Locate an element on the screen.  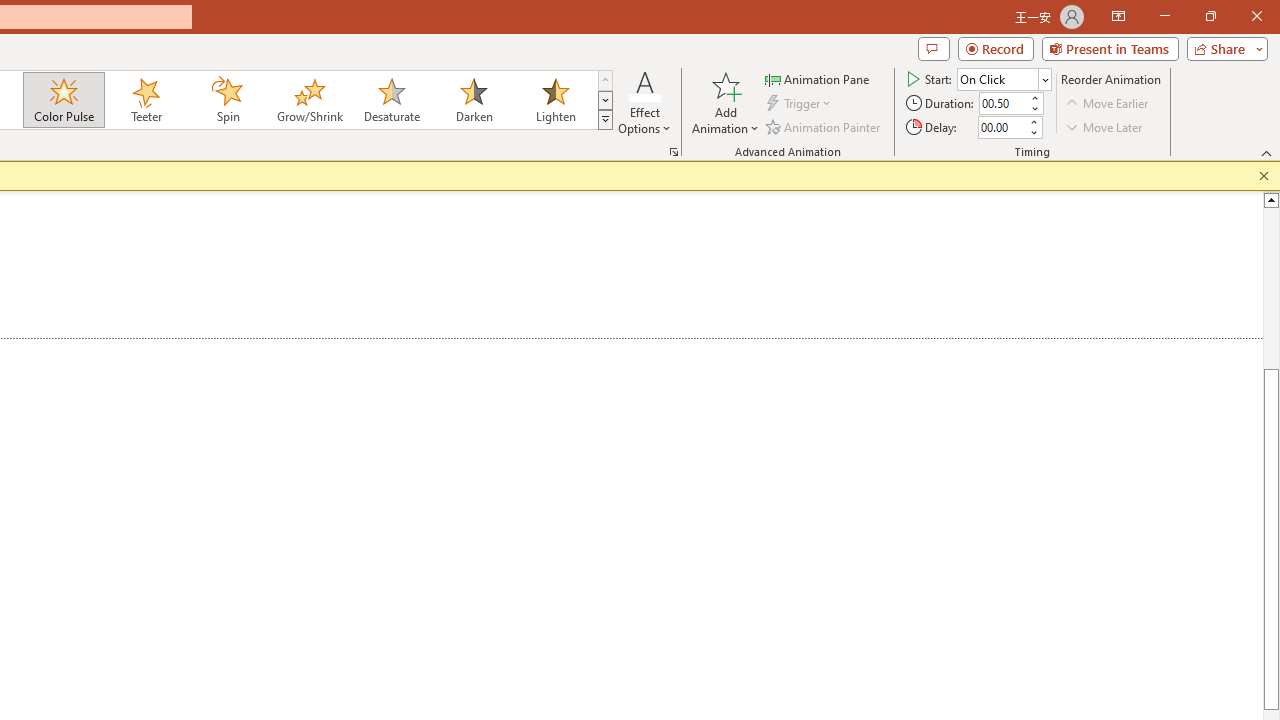
'Darken' is located at coordinates (472, 100).